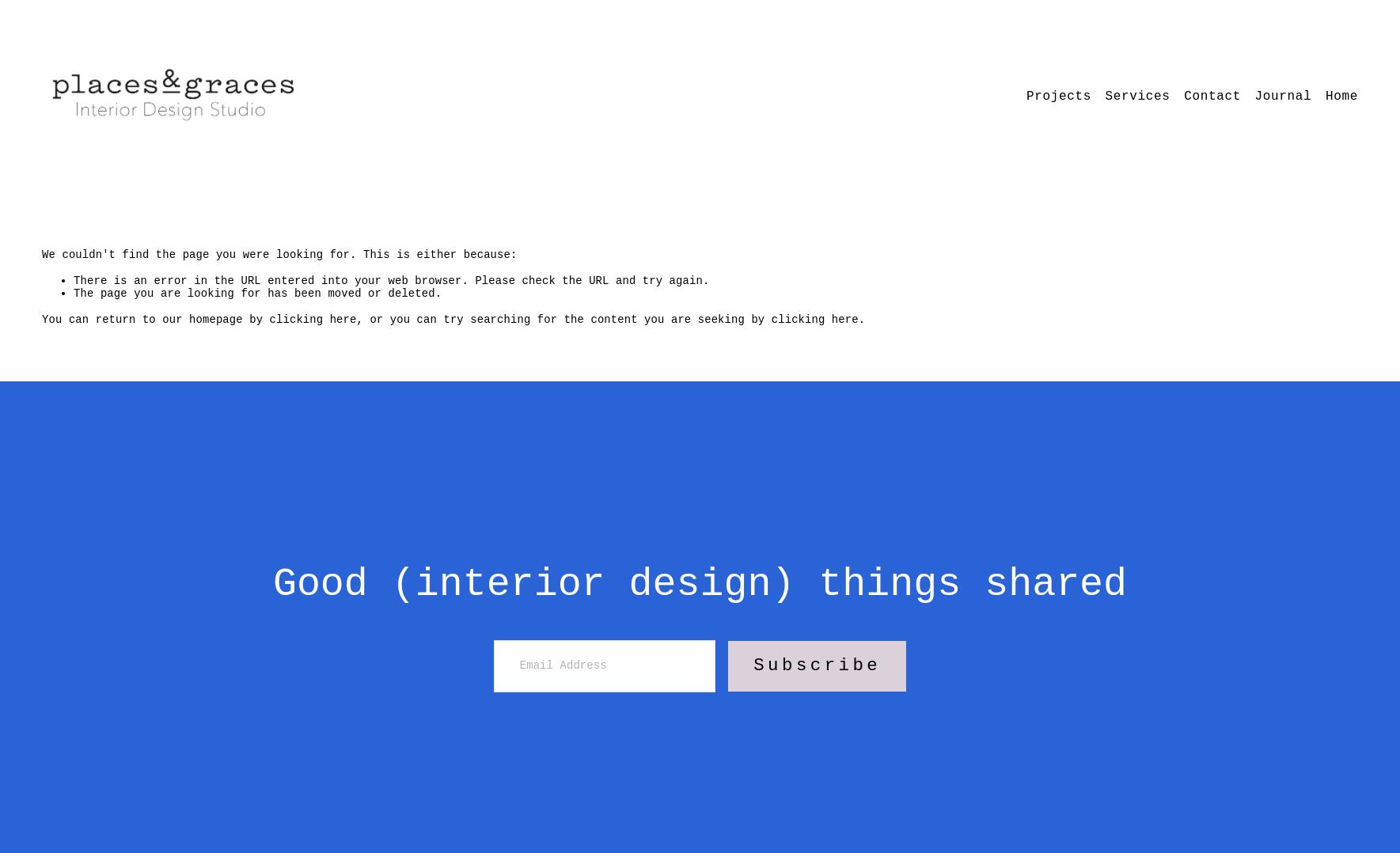  What do you see at coordinates (563, 317) in the screenshot?
I see `', or you can try searching for the
  content you are seeking by'` at bounding box center [563, 317].